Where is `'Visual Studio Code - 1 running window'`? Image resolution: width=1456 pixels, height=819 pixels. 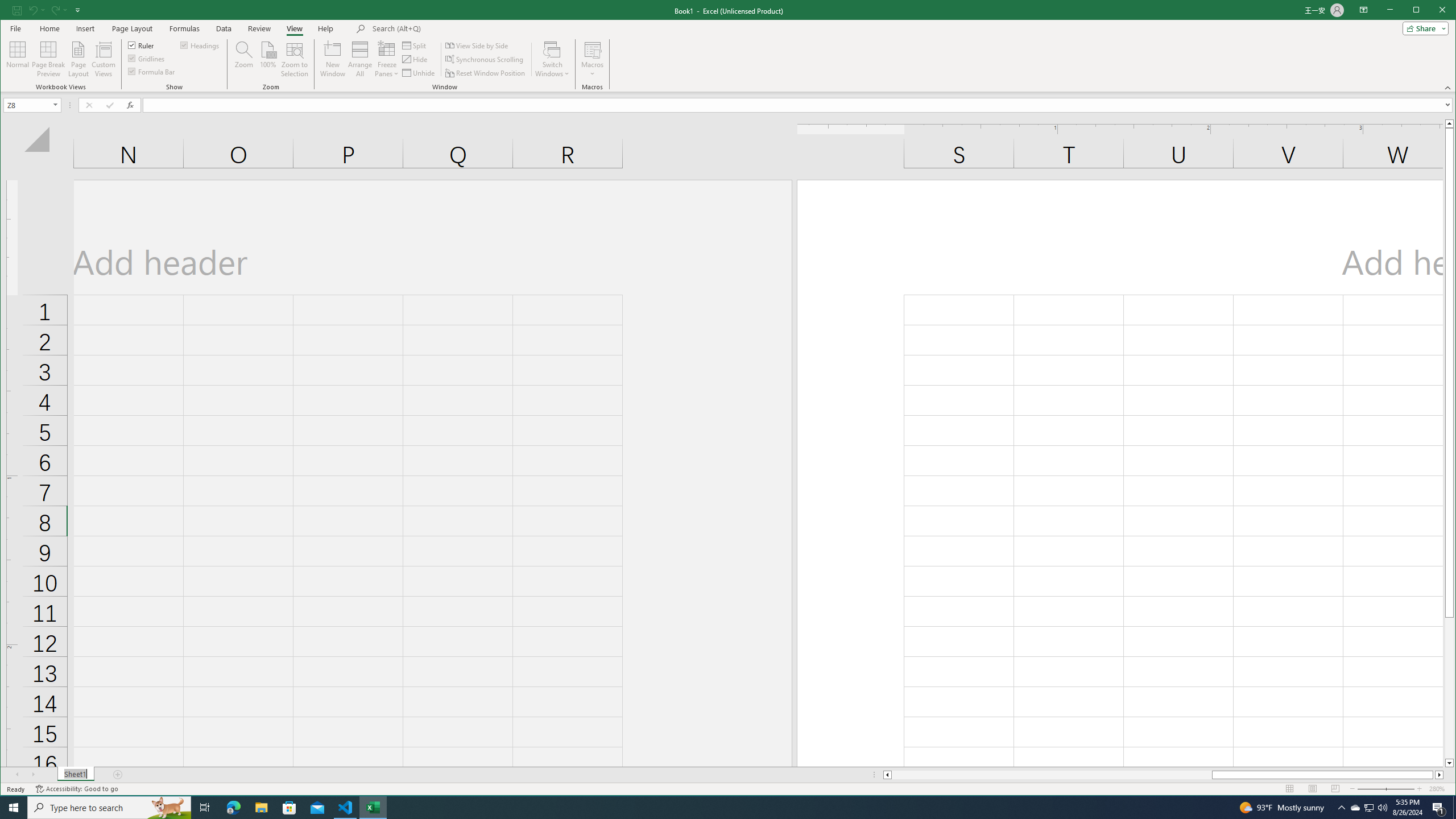
'Visual Studio Code - 1 running window' is located at coordinates (345, 806).